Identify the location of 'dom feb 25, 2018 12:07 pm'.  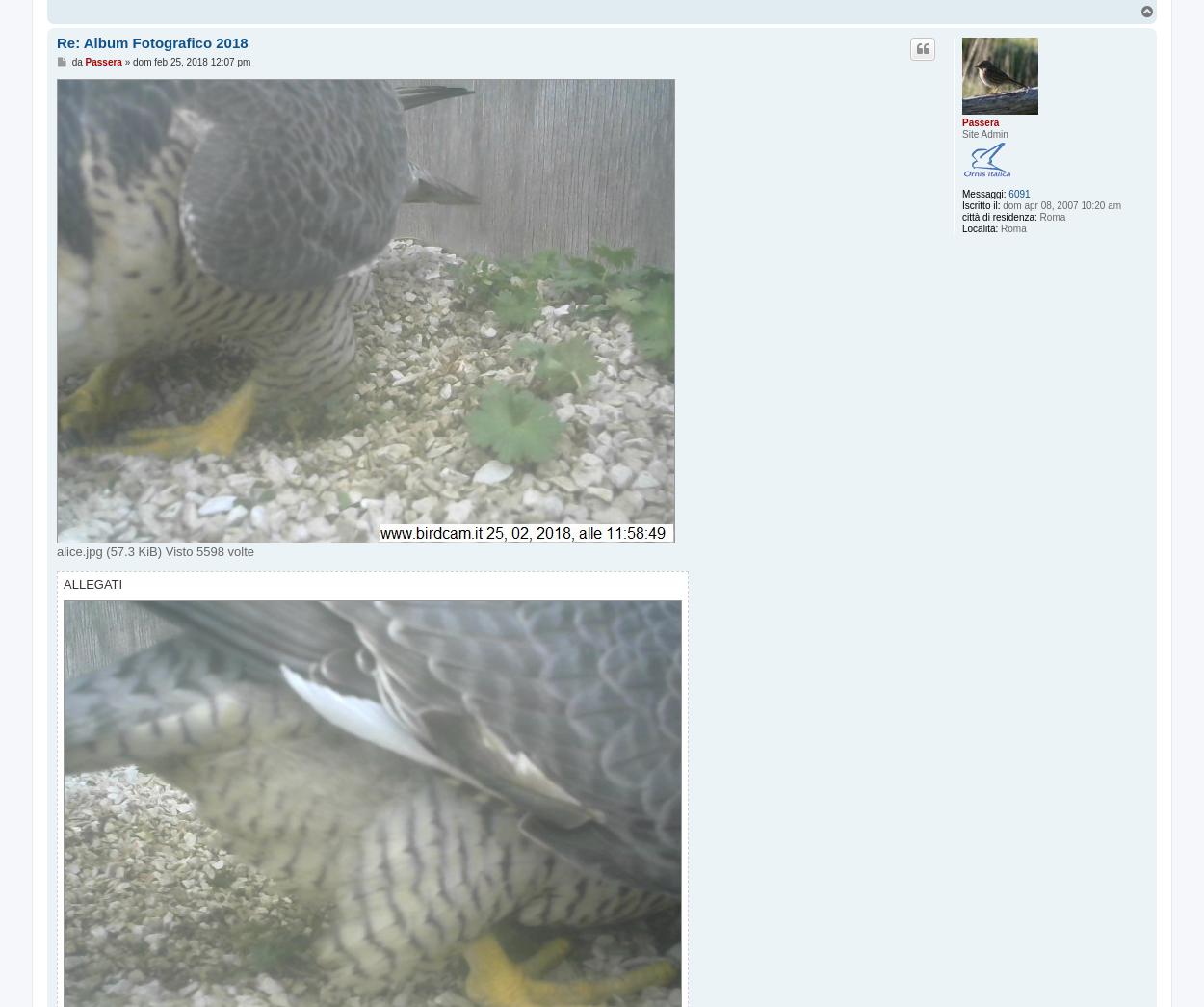
(191, 62).